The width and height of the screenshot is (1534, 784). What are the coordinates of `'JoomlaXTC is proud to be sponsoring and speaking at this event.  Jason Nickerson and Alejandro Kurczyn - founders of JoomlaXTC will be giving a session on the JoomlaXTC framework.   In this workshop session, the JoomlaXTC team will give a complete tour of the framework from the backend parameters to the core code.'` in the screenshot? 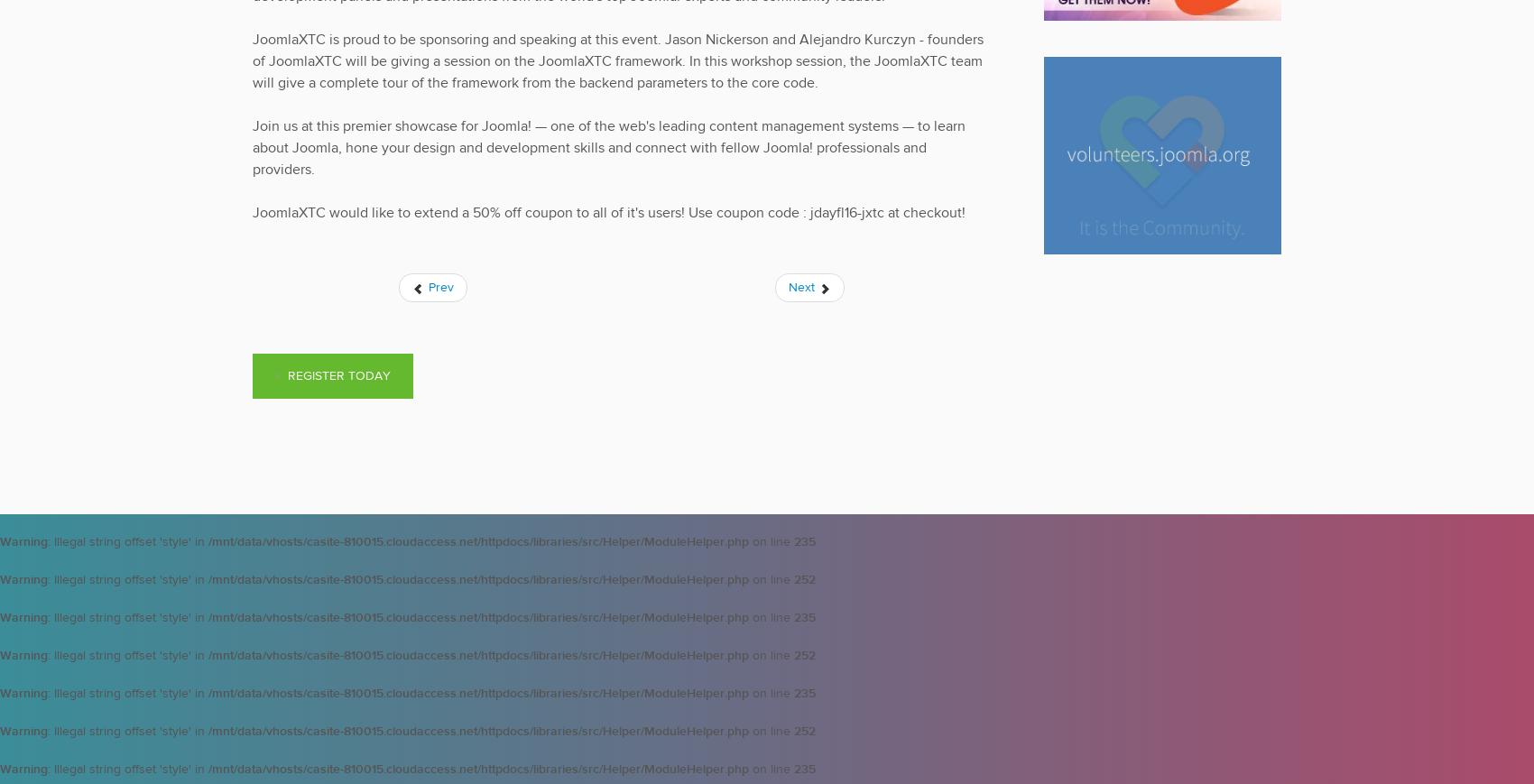 It's located at (617, 60).